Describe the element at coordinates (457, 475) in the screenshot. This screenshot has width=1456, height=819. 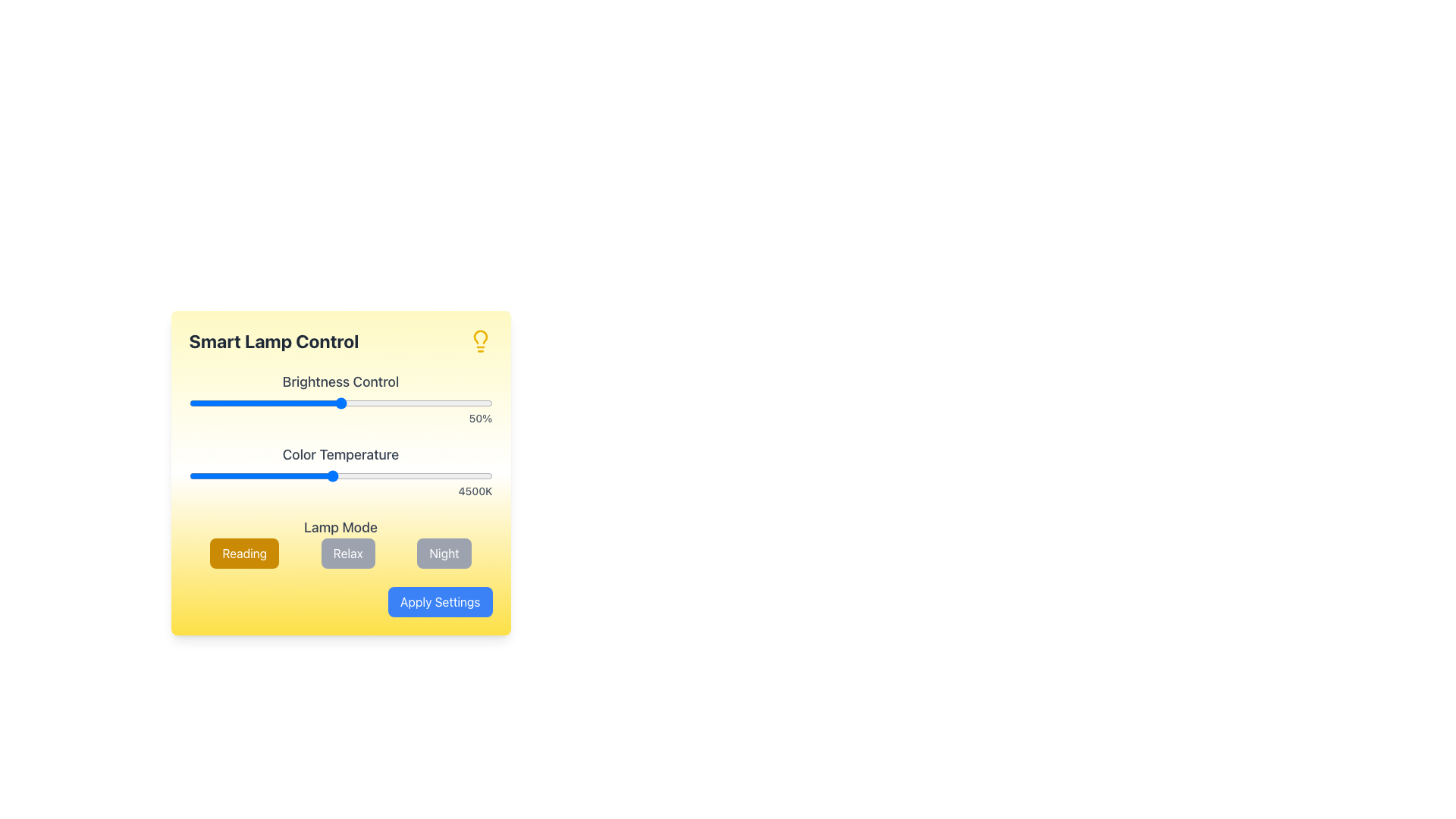
I see `the color temperature` at that location.